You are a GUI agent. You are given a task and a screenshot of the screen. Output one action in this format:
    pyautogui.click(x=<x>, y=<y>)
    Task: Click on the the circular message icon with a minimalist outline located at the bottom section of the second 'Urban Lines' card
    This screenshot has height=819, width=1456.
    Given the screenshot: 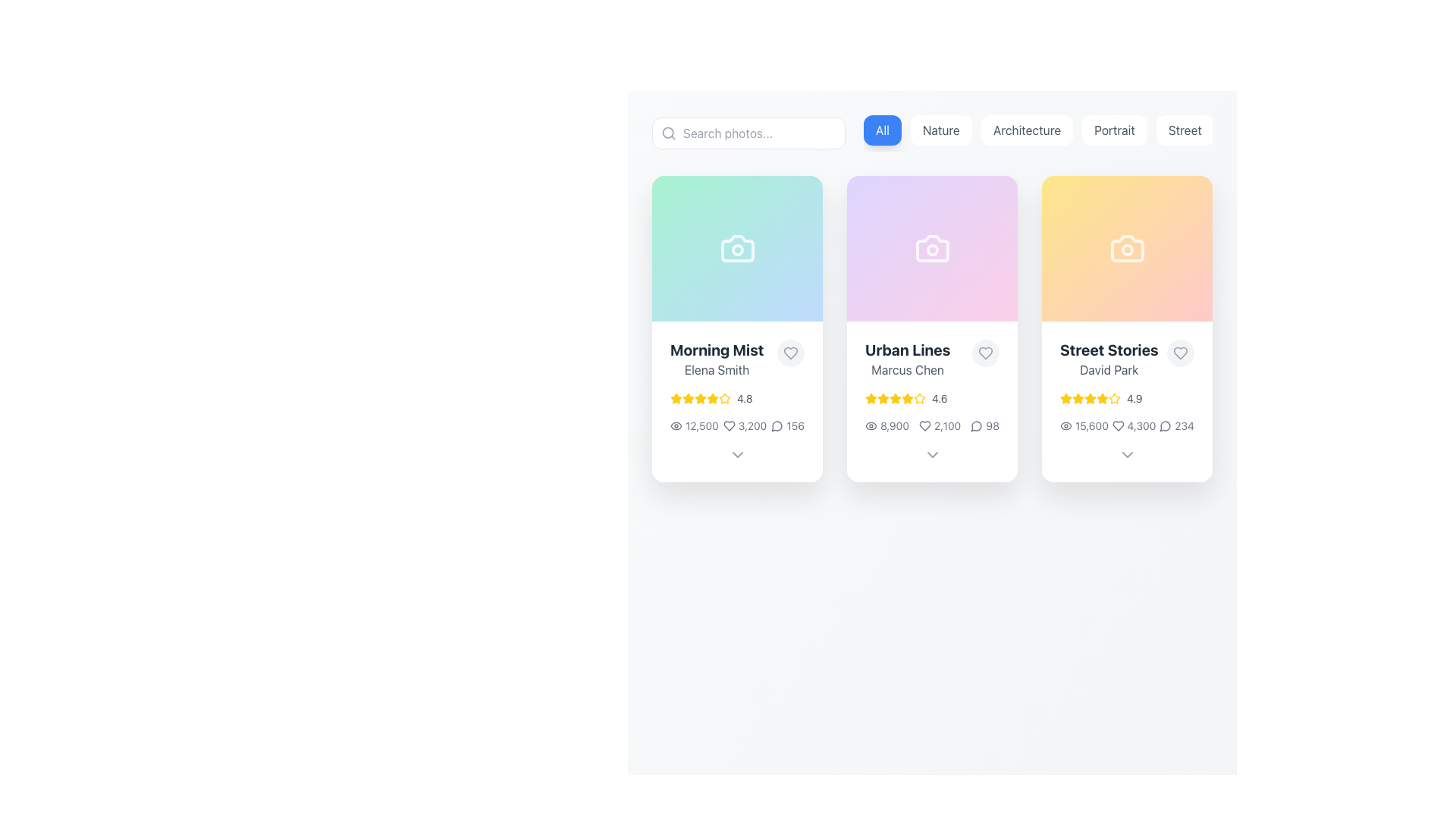 What is the action you would take?
    pyautogui.click(x=777, y=426)
    